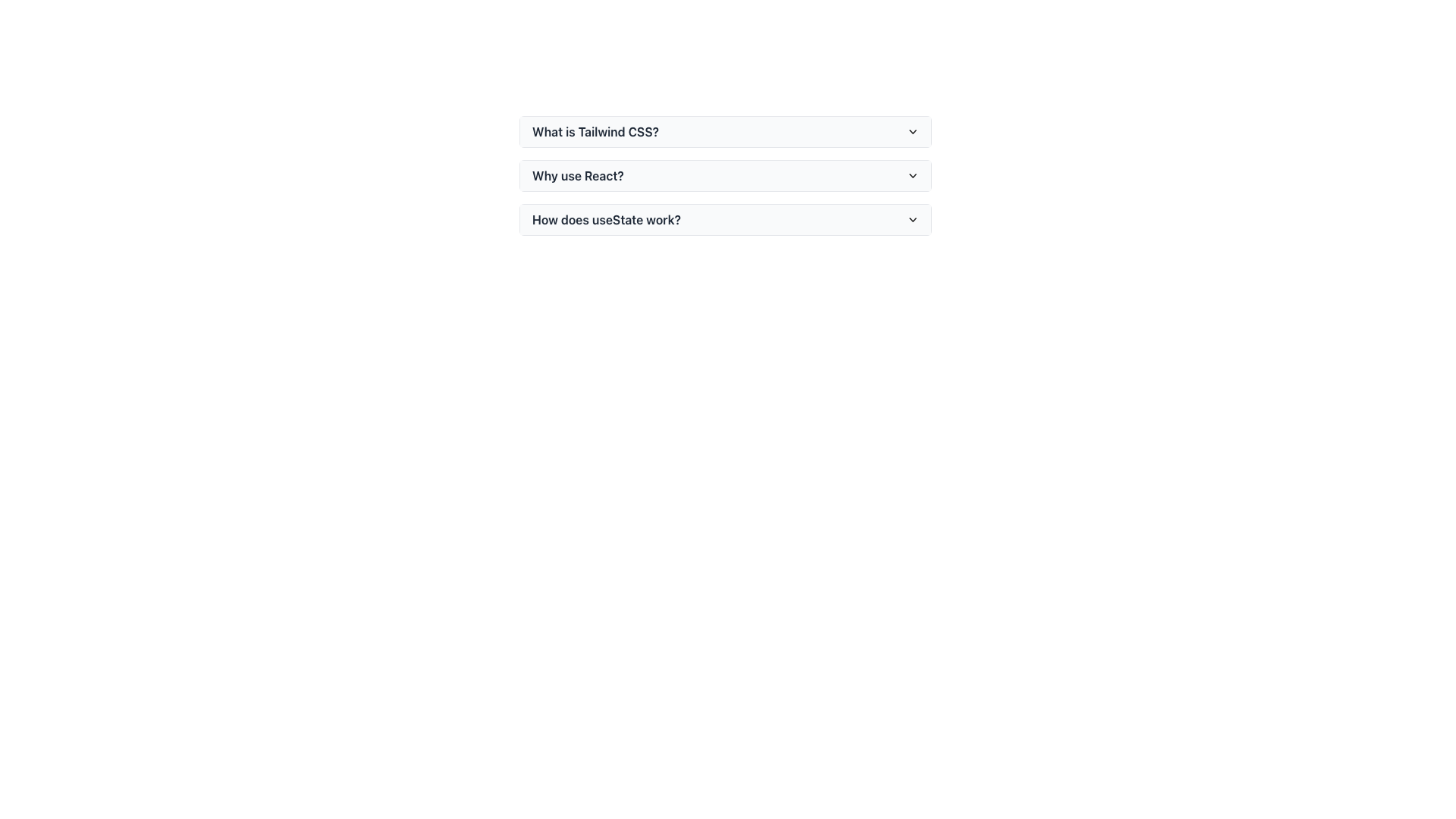 The width and height of the screenshot is (1456, 819). What do you see at coordinates (912, 219) in the screenshot?
I see `the downward-pointing chevron icon located to the right of the text 'How does useState work?'` at bounding box center [912, 219].